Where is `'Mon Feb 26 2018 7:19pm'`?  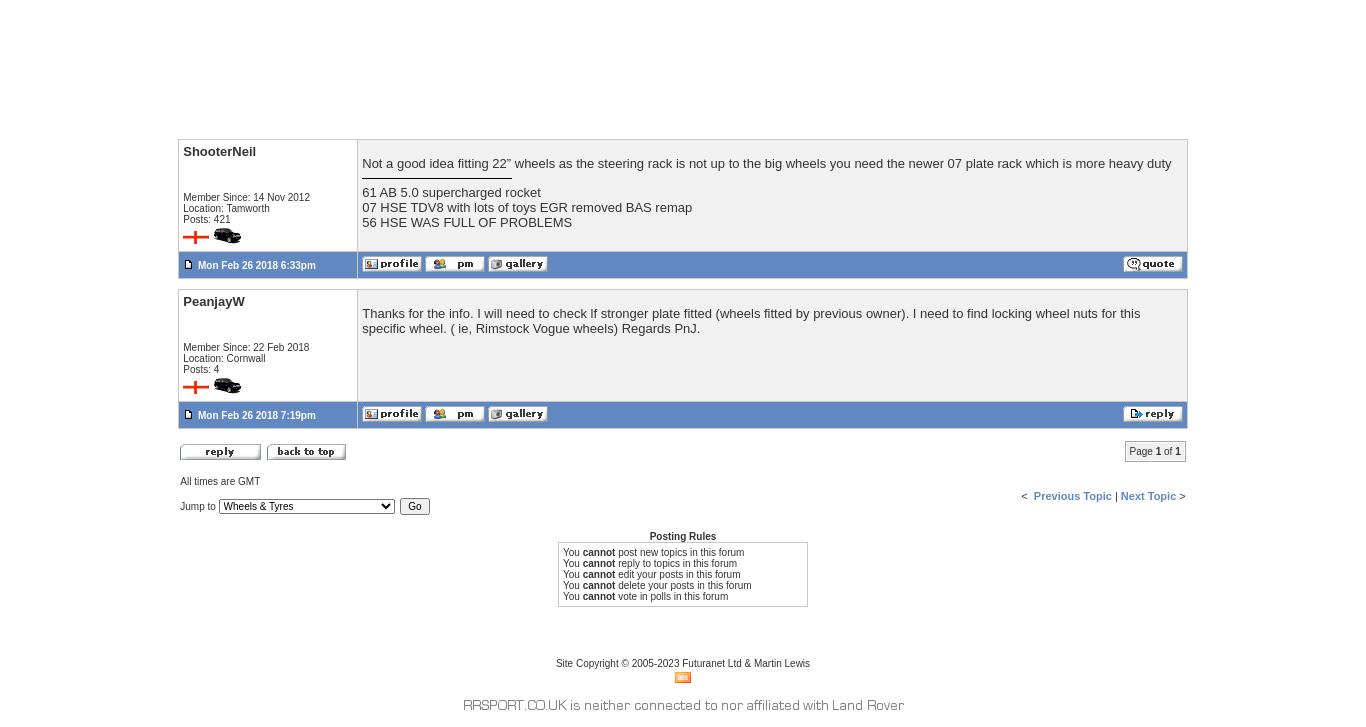
'Mon Feb 26 2018 7:19pm' is located at coordinates (255, 413).